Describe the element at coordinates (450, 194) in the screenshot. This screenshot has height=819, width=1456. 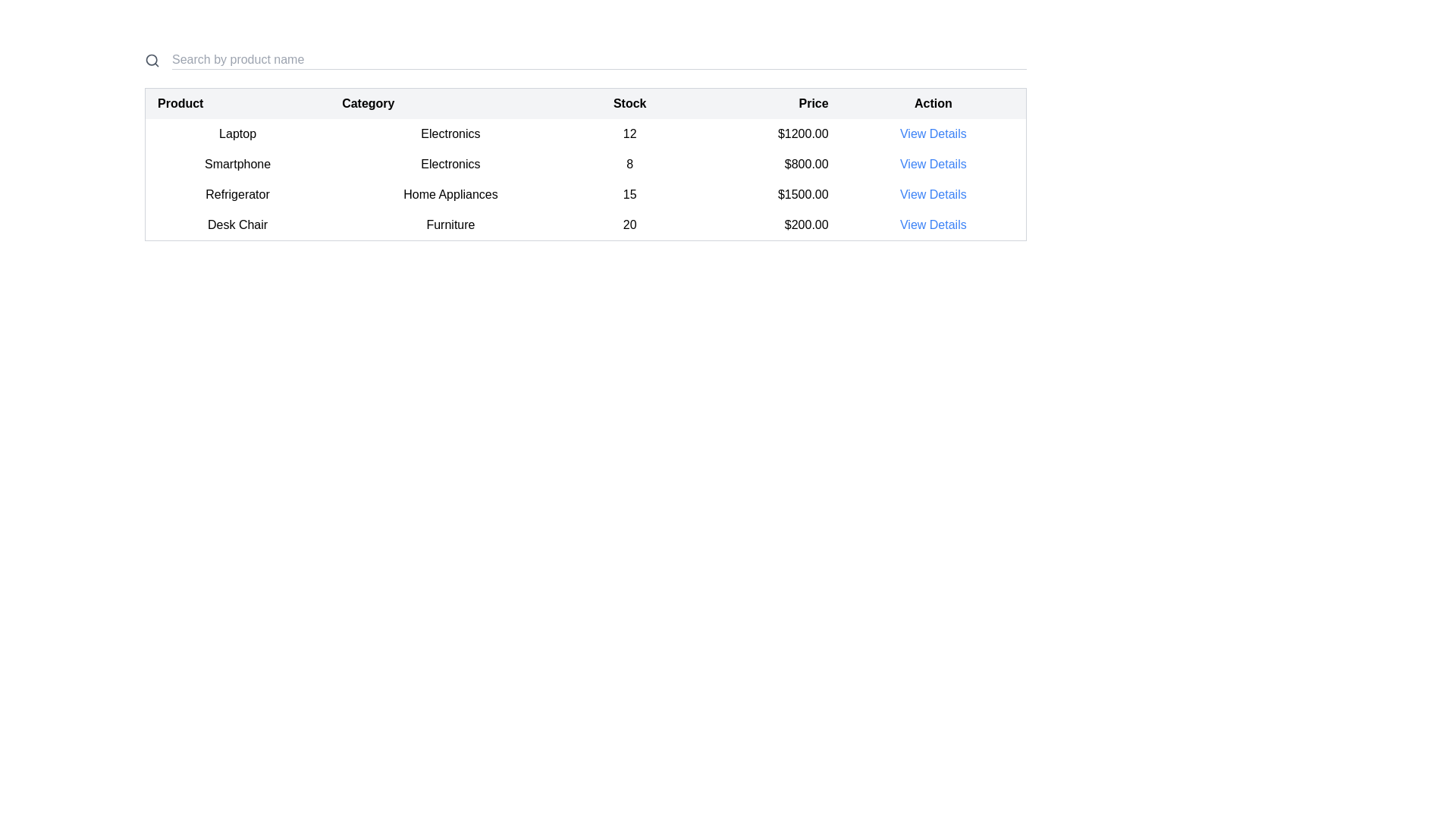
I see `the Text Label displaying the category 'Refrigerator' in the second column of the third row of the table` at that location.